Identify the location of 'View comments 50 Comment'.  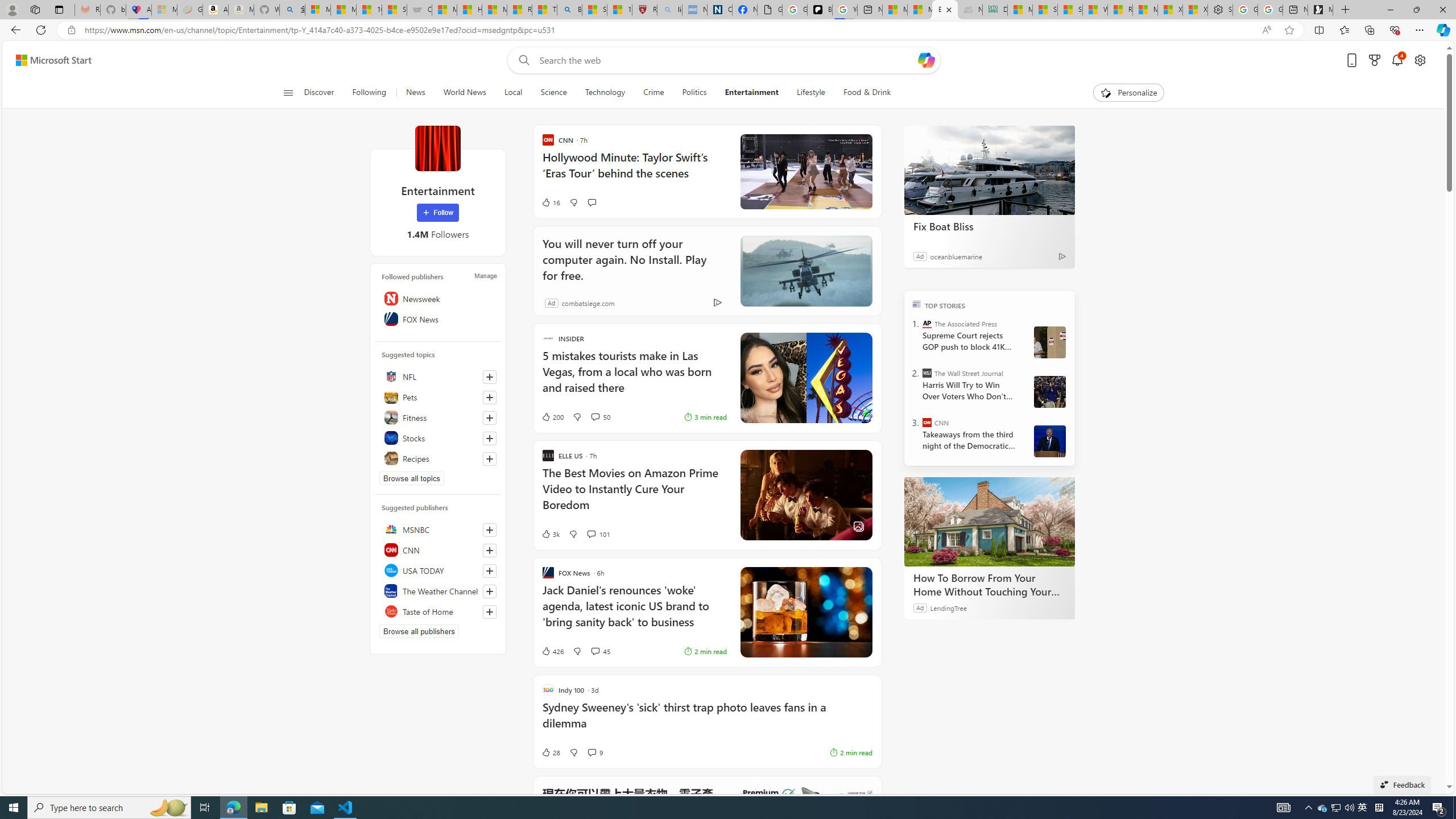
(599, 416).